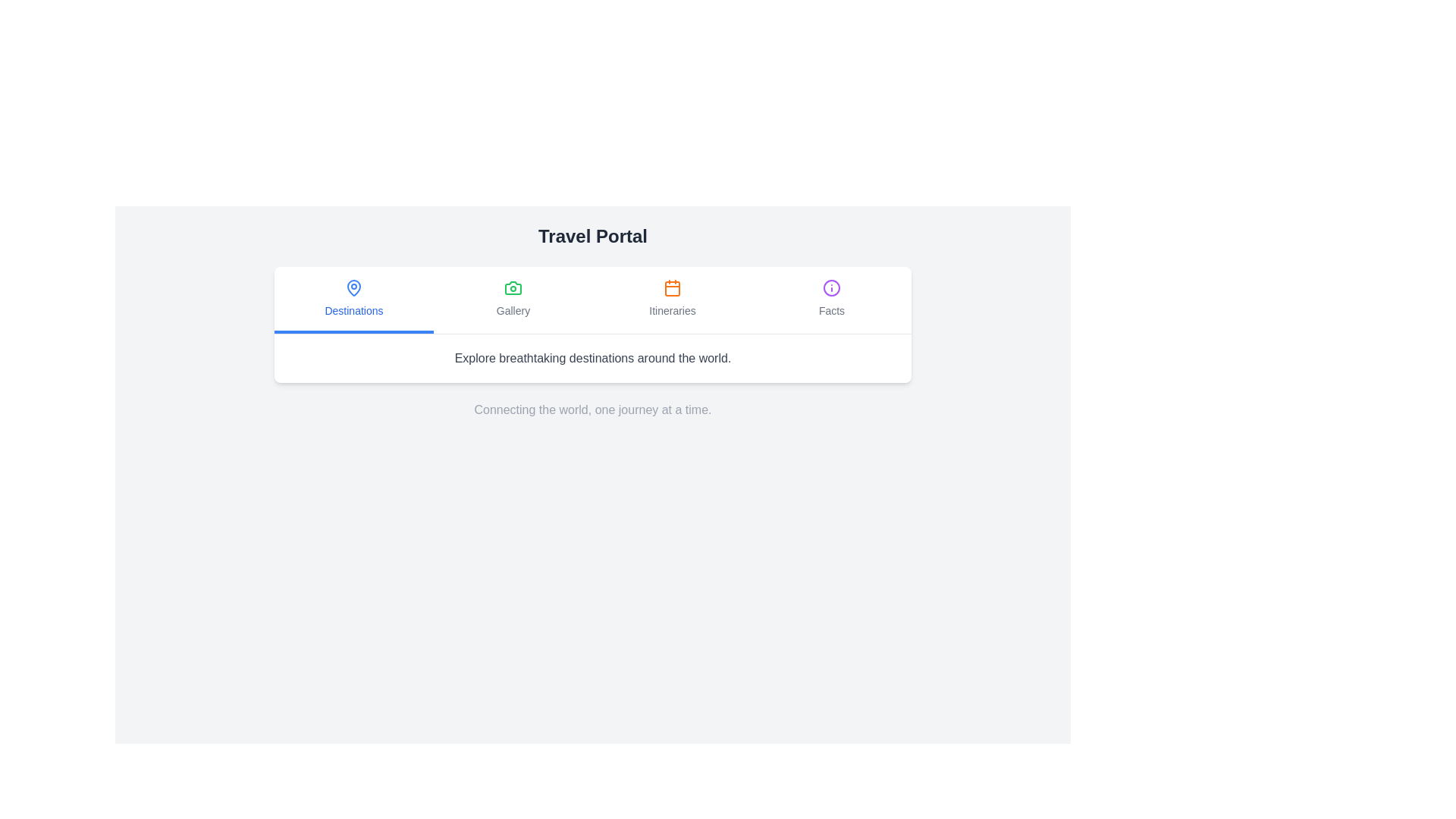 The image size is (1456, 819). I want to click on the green camera icon and 'Gallery' text in the navigation menu, which is the second item positioned between 'Destinations' and 'Itineraries', so click(513, 298).